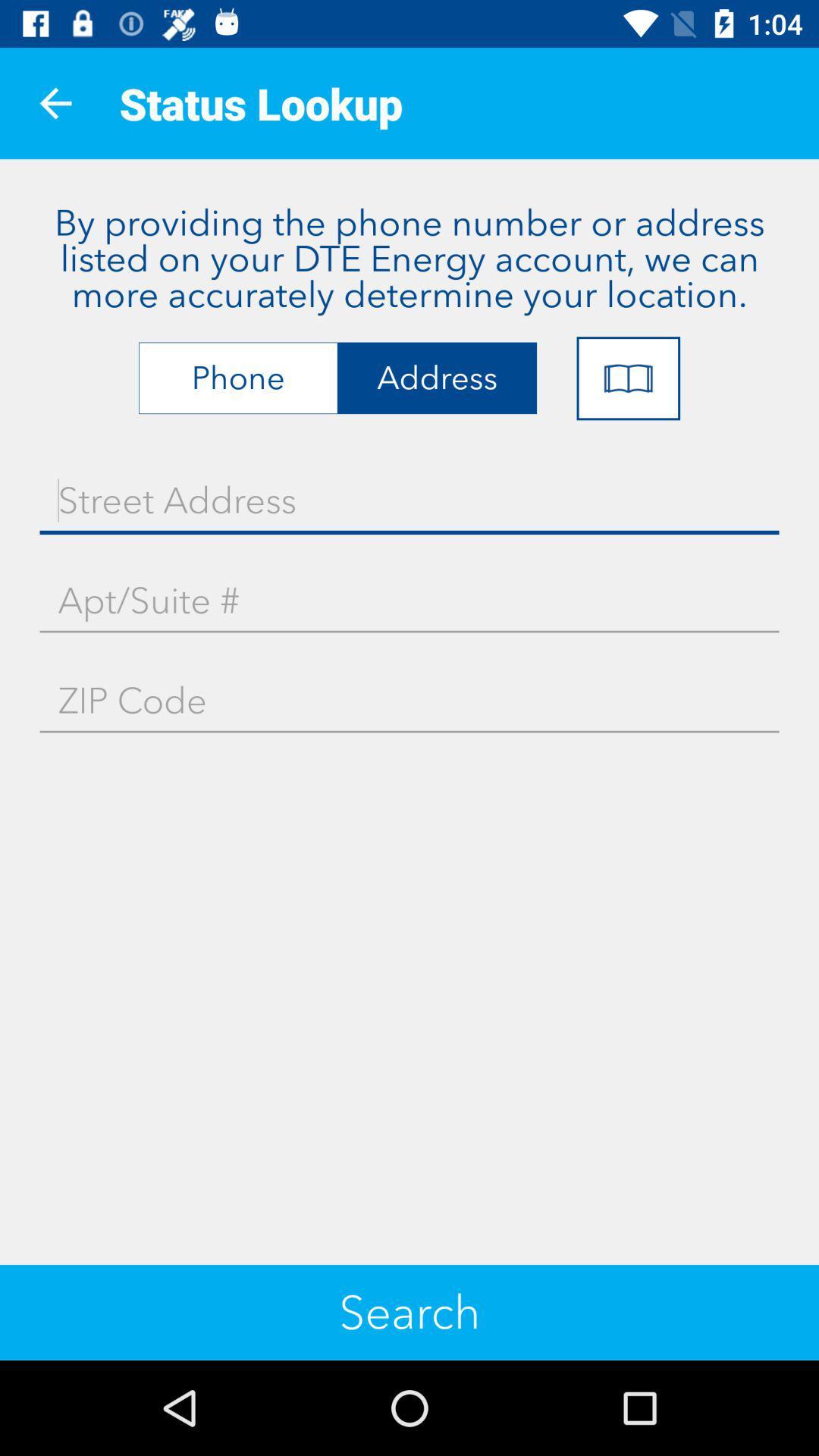  Describe the element at coordinates (628, 378) in the screenshot. I see `item at the top right corner` at that location.